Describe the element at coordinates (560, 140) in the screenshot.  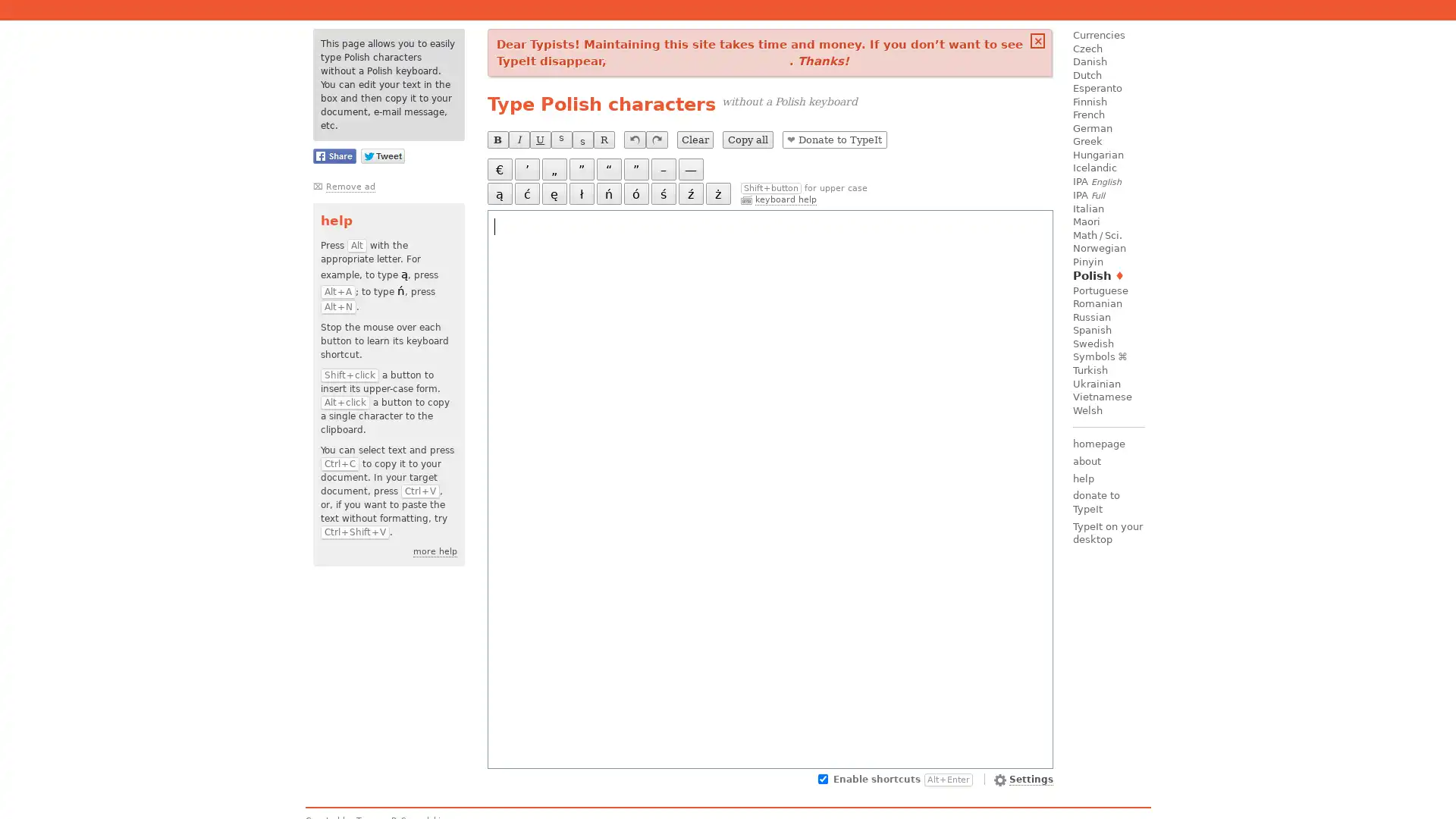
I see `S` at that location.